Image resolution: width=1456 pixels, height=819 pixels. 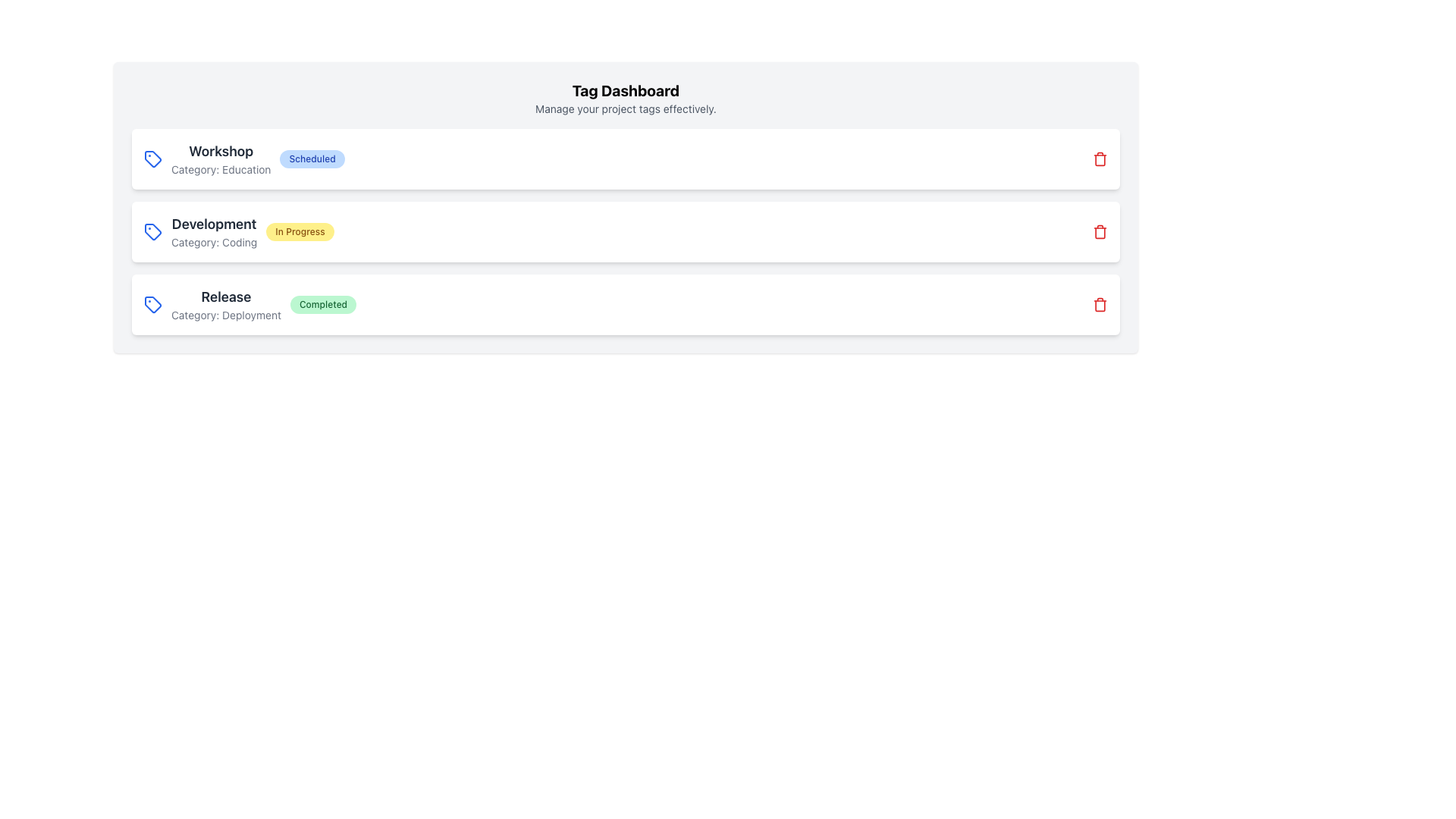 I want to click on the red trashcan icon button located at the far right side of the 'Release Category: Deployment Completed' card, so click(x=1100, y=304).